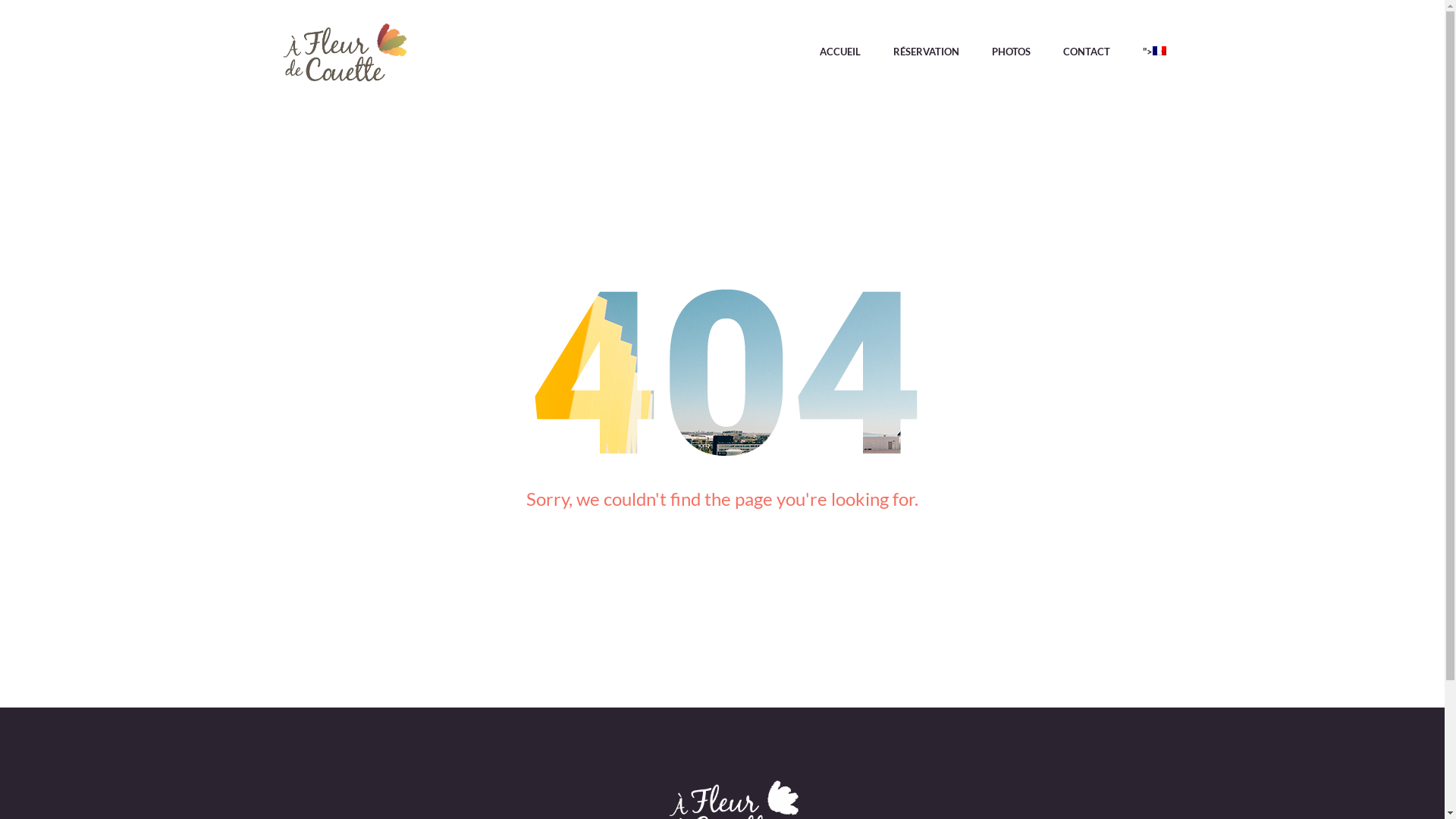 The height and width of the screenshot is (819, 1456). Describe the element at coordinates (1086, 55) in the screenshot. I see `'CONTACT'` at that location.